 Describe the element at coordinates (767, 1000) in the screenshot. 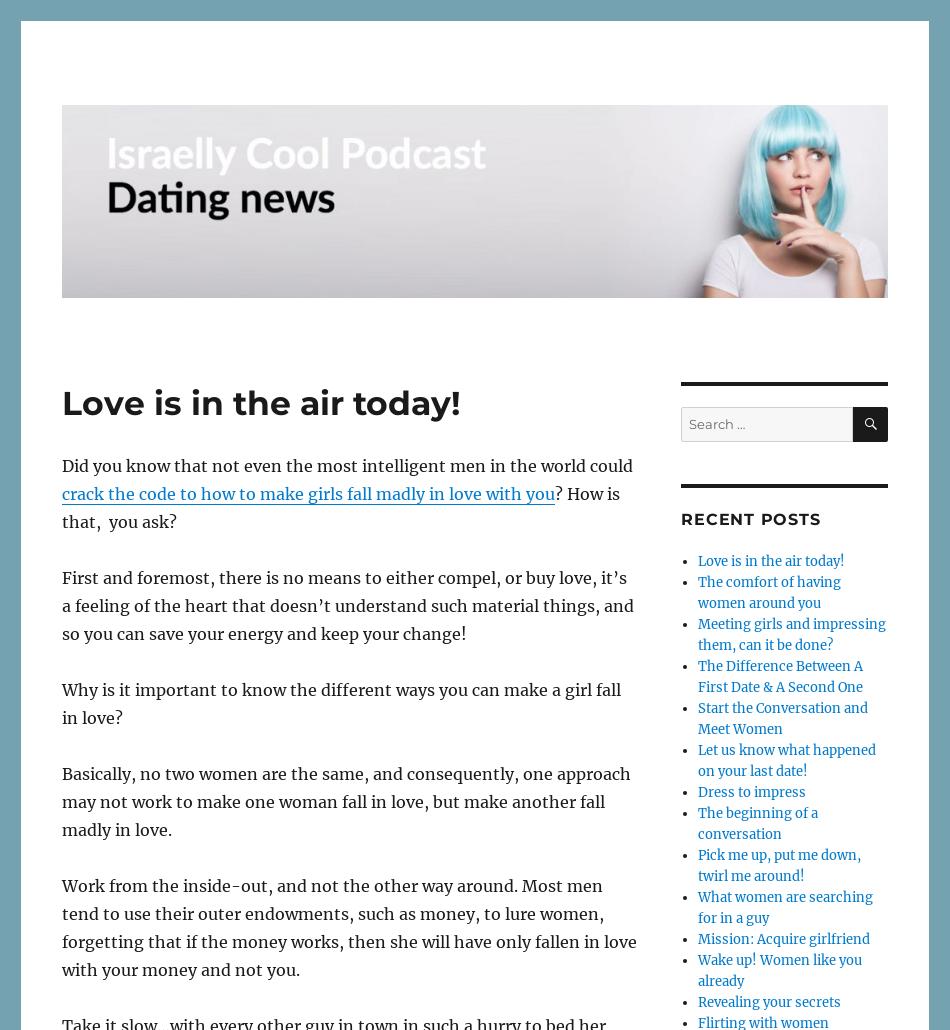

I see `'Revealing your secrets'` at that location.